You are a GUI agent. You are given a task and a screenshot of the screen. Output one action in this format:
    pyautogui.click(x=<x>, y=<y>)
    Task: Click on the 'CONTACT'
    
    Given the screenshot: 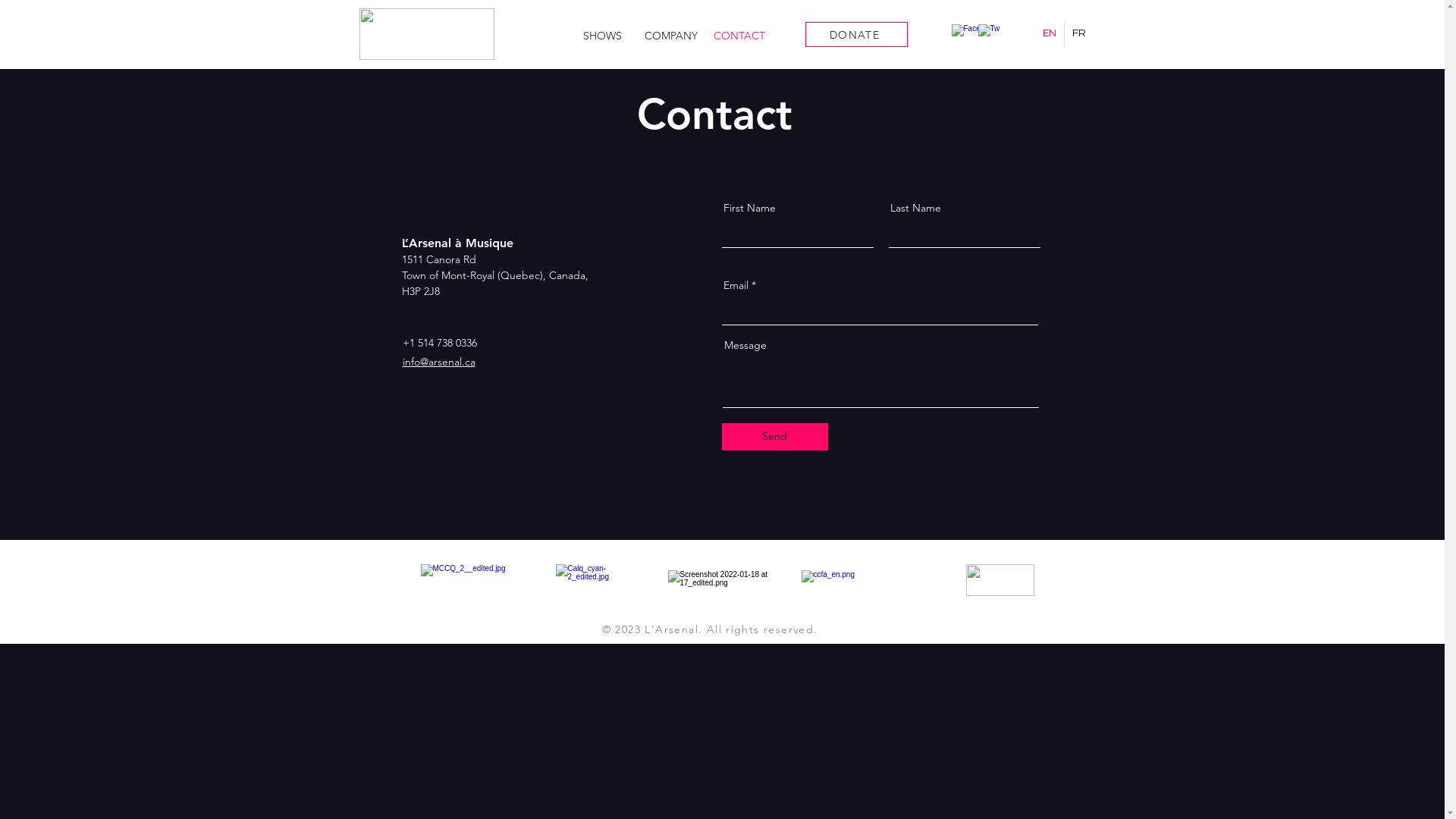 What is the action you would take?
    pyautogui.click(x=704, y=35)
    